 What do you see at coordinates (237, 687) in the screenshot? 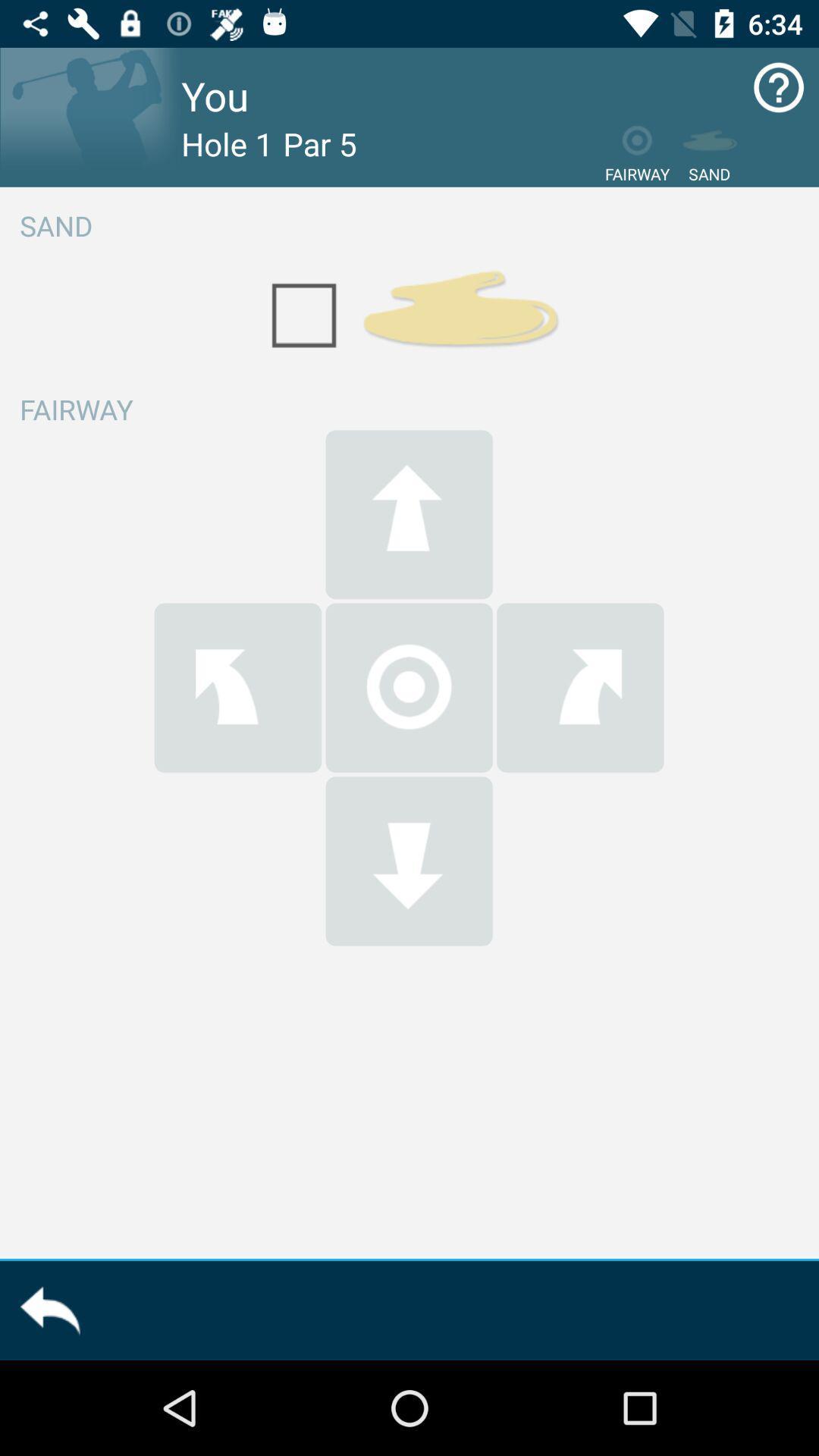
I see `putt left` at bounding box center [237, 687].